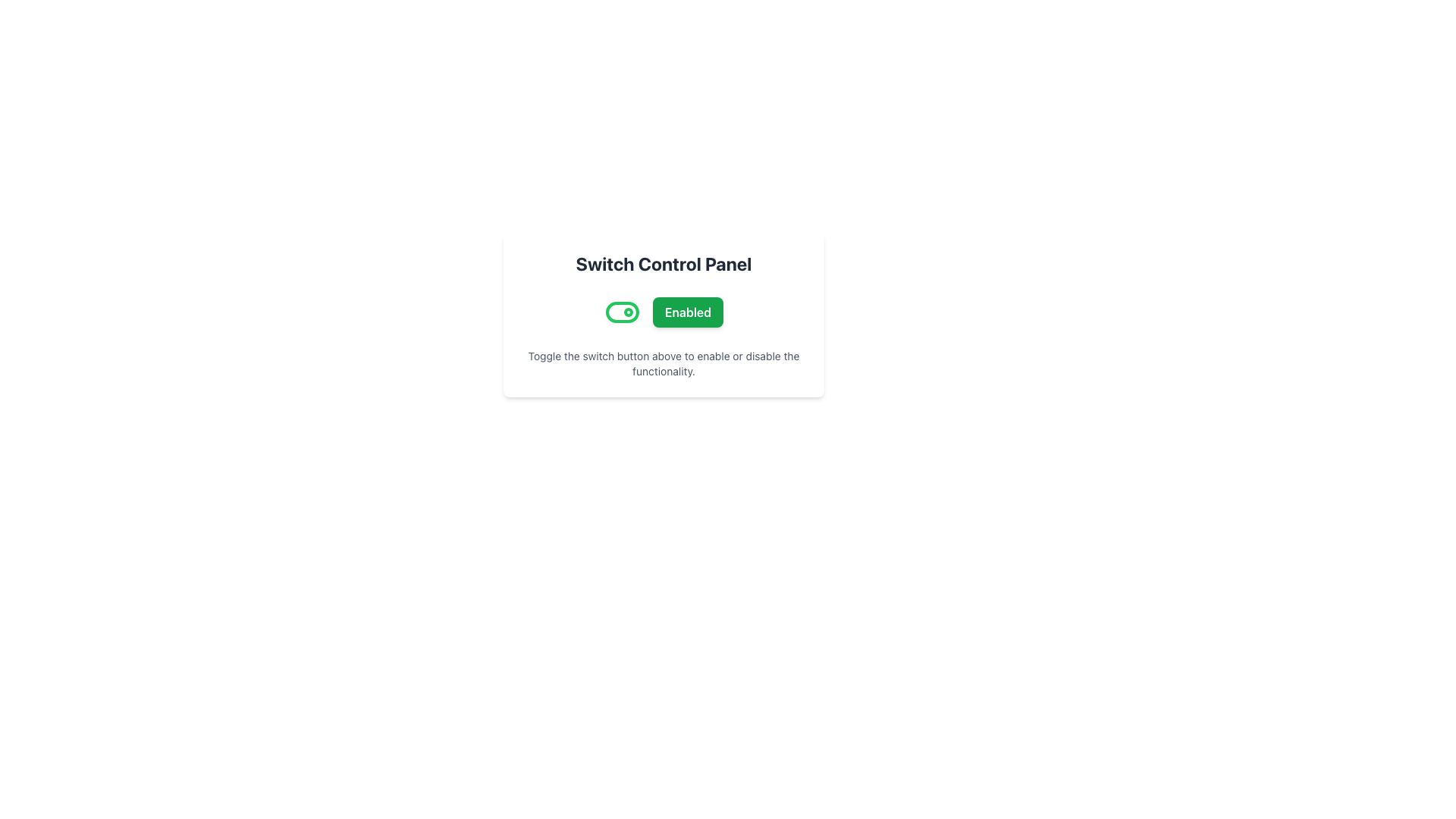 This screenshot has width=1456, height=819. Describe the element at coordinates (664, 363) in the screenshot. I see `the informative description text located at the bottom of the 'Switch Control Panel', underneath the green toggle button and the 'Enabled' label` at that location.